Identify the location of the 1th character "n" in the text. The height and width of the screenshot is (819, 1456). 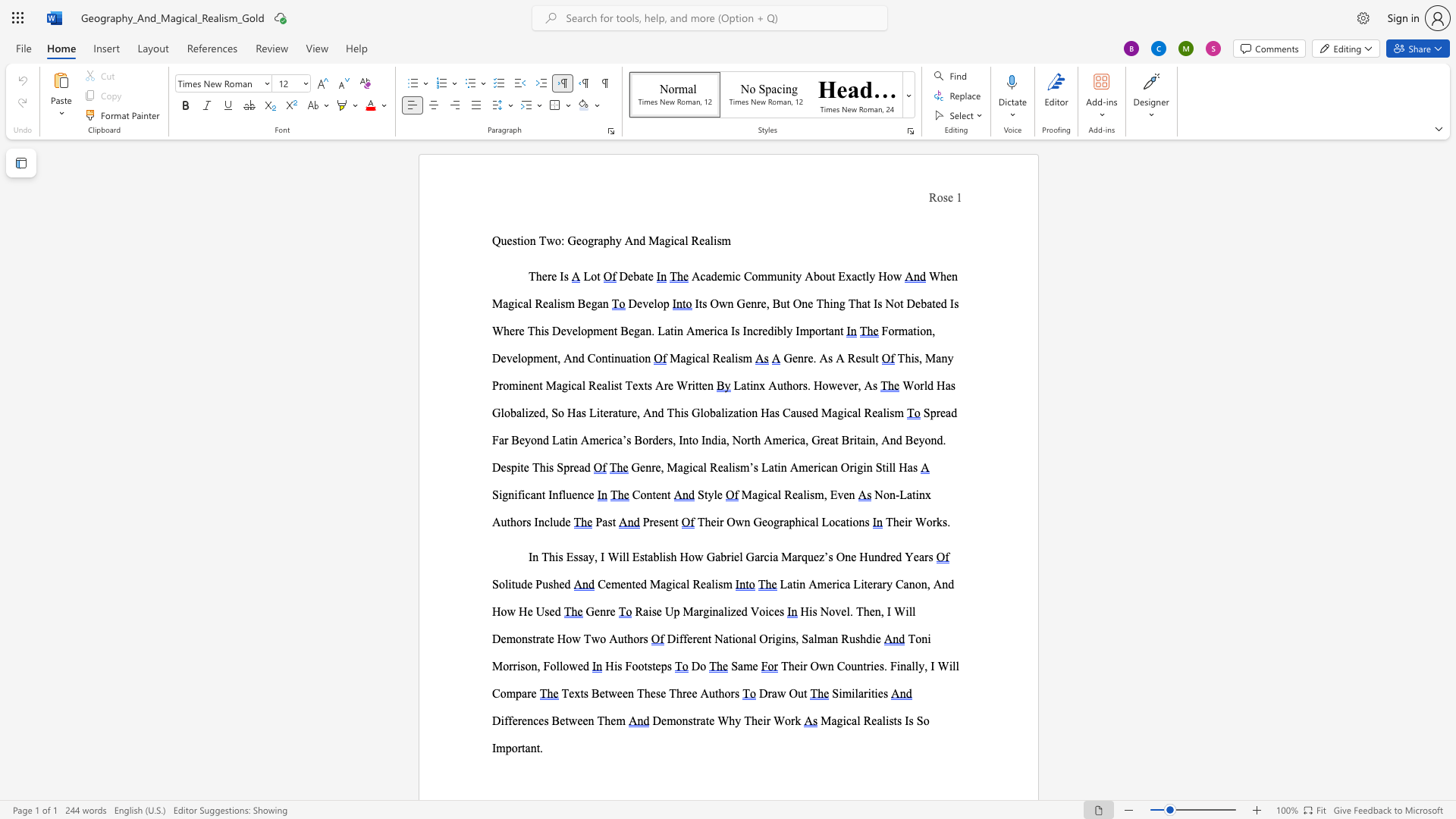
(532, 240).